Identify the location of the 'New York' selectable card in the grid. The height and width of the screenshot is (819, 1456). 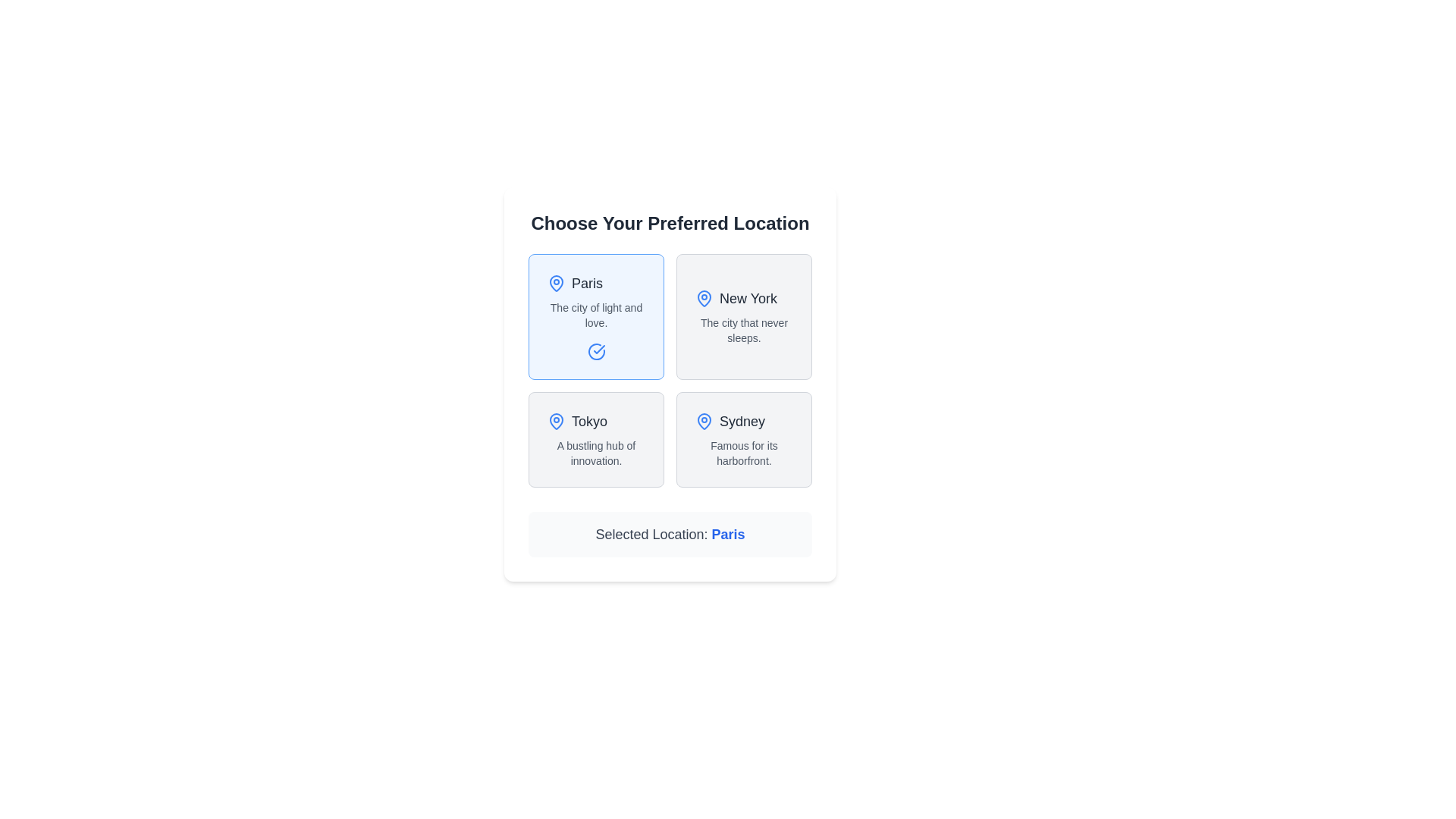
(744, 315).